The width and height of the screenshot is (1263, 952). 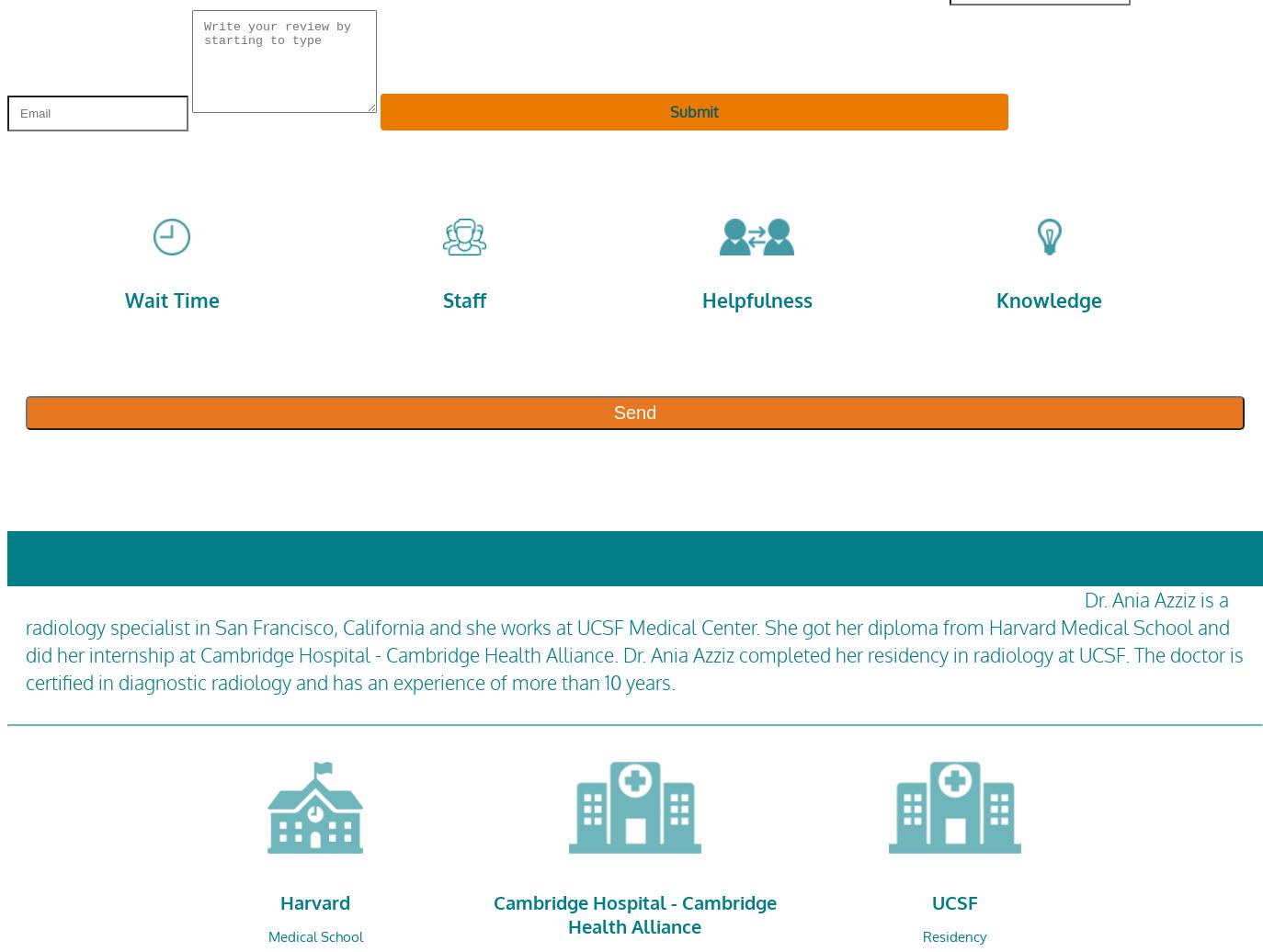 I want to click on 'Cambridge Hospital - Cambridge Health Alliance', so click(x=633, y=913).